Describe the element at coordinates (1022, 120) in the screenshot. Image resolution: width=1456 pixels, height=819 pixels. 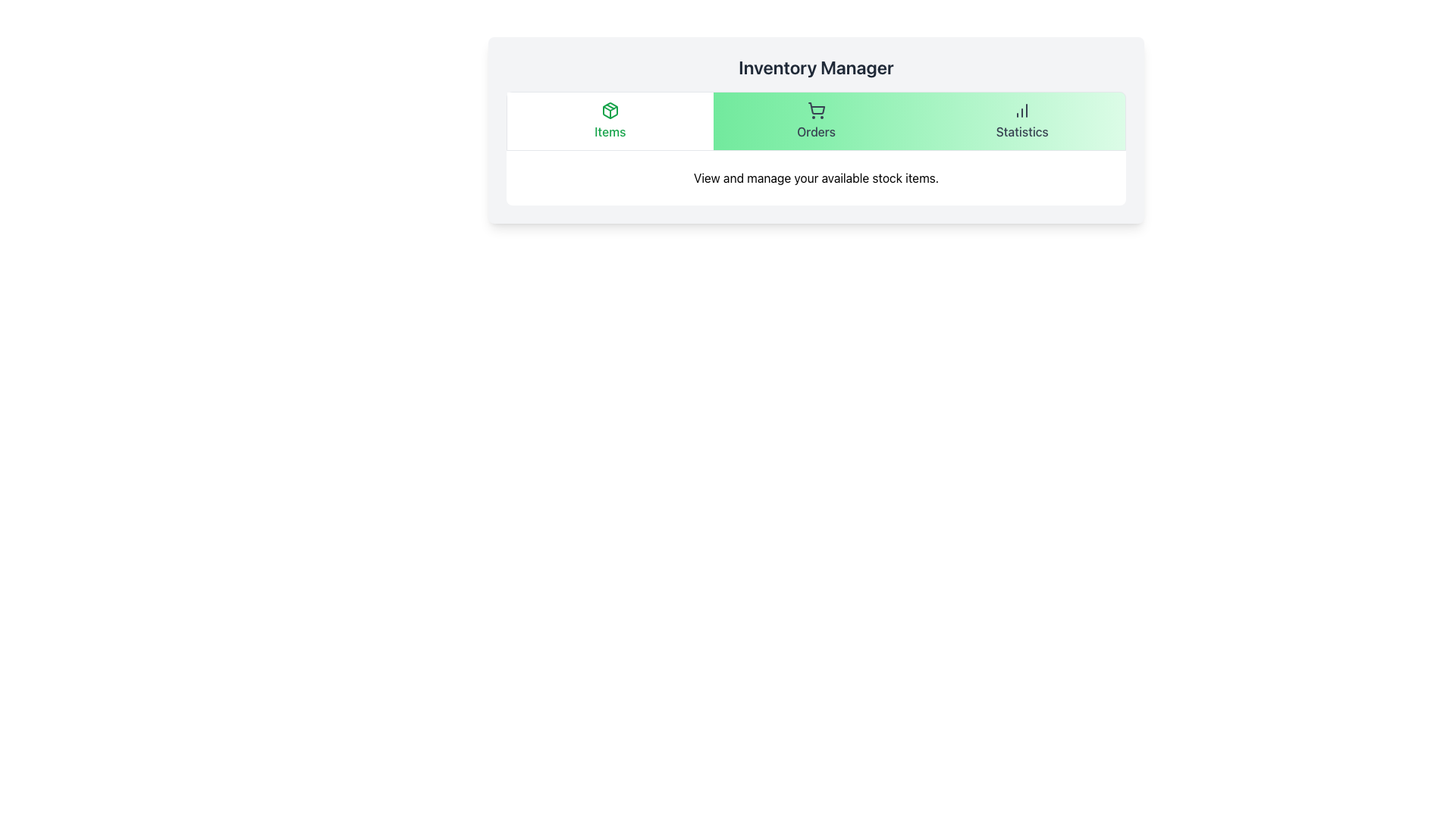
I see `the 'Statistics' button, which features a bar chart icon and is located in the central navigation bar of the 'Inventory Manager' section` at that location.